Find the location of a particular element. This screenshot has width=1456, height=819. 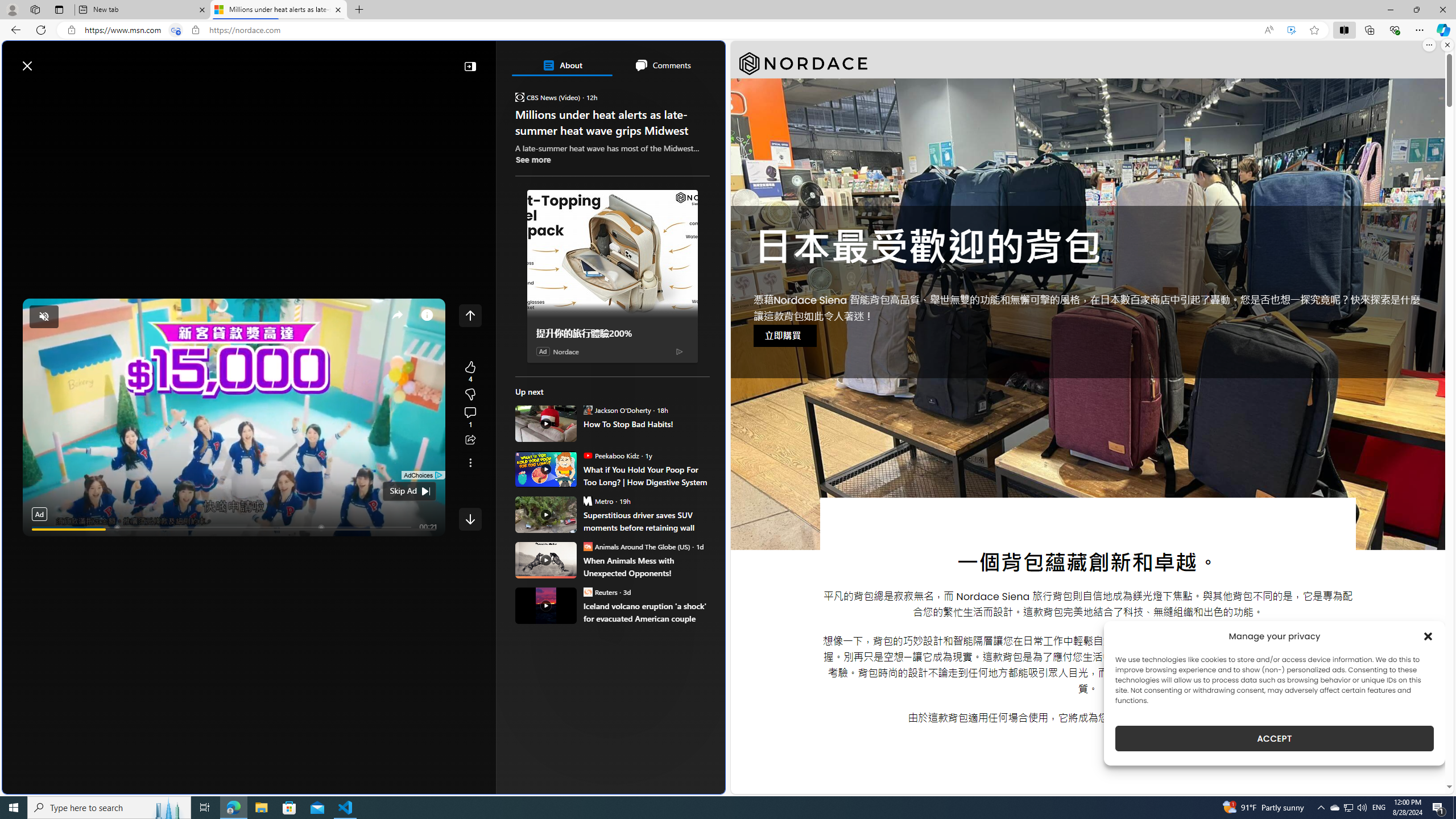

'More like this4Fewer like thisView comments' is located at coordinates (470, 394).